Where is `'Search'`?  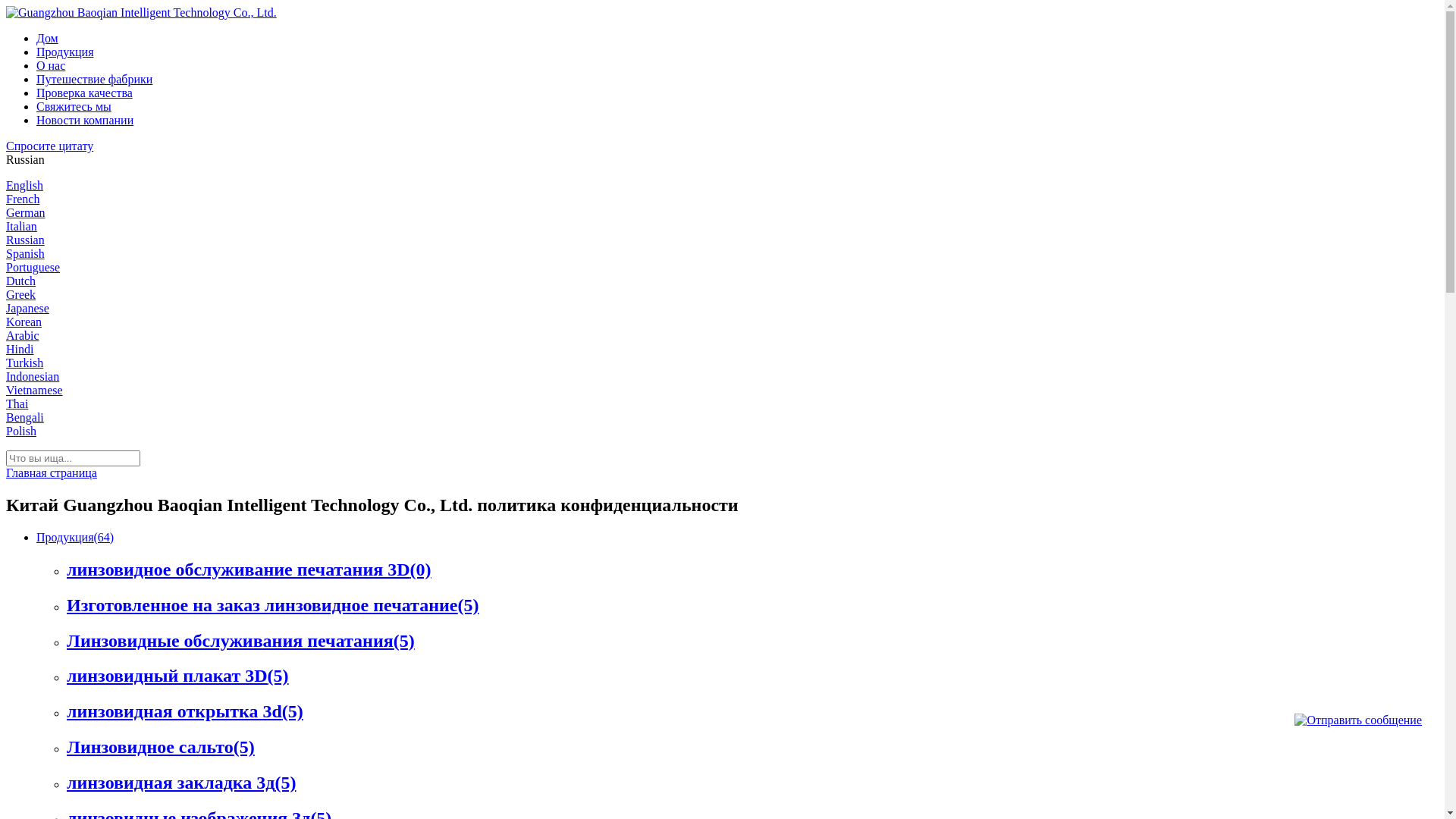
'Search' is located at coordinates (21, 8).